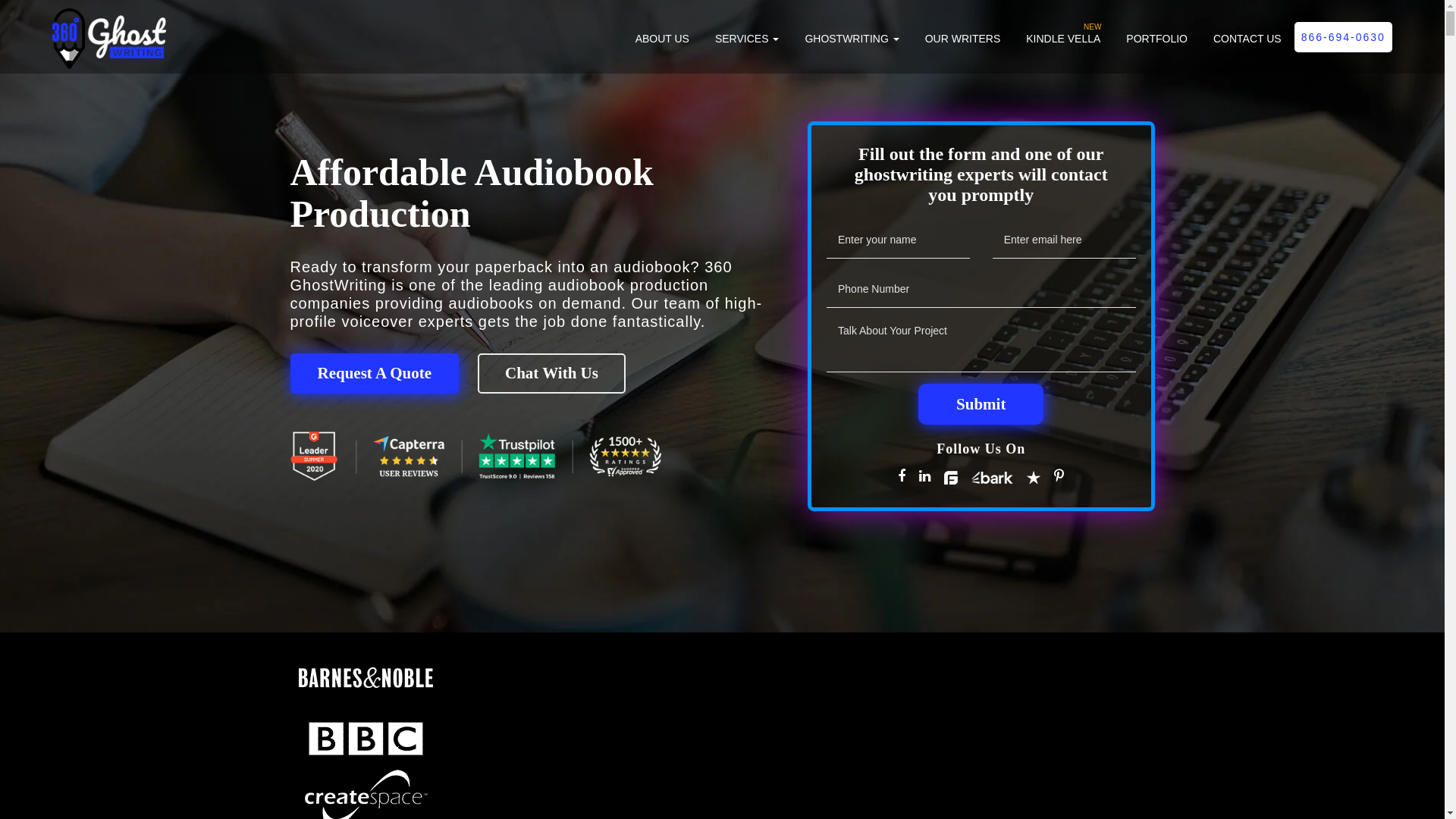  I want to click on 'NEW, so click(1062, 45).